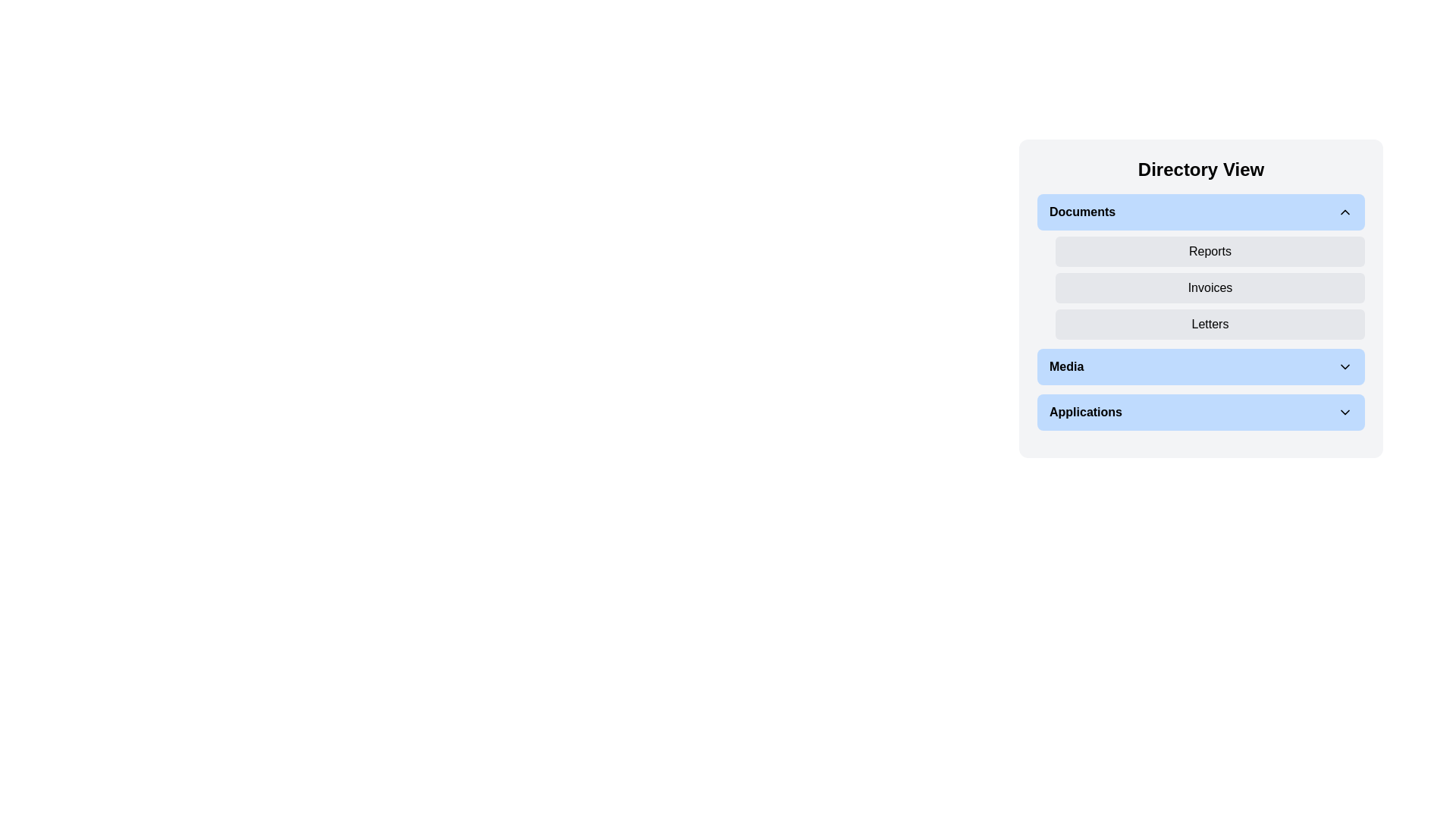  What do you see at coordinates (1200, 212) in the screenshot?
I see `the collapsible section header button that toggles the visibility of sub-items such as 'Reports', 'Invoices', and 'Letters' for keyboard navigation` at bounding box center [1200, 212].